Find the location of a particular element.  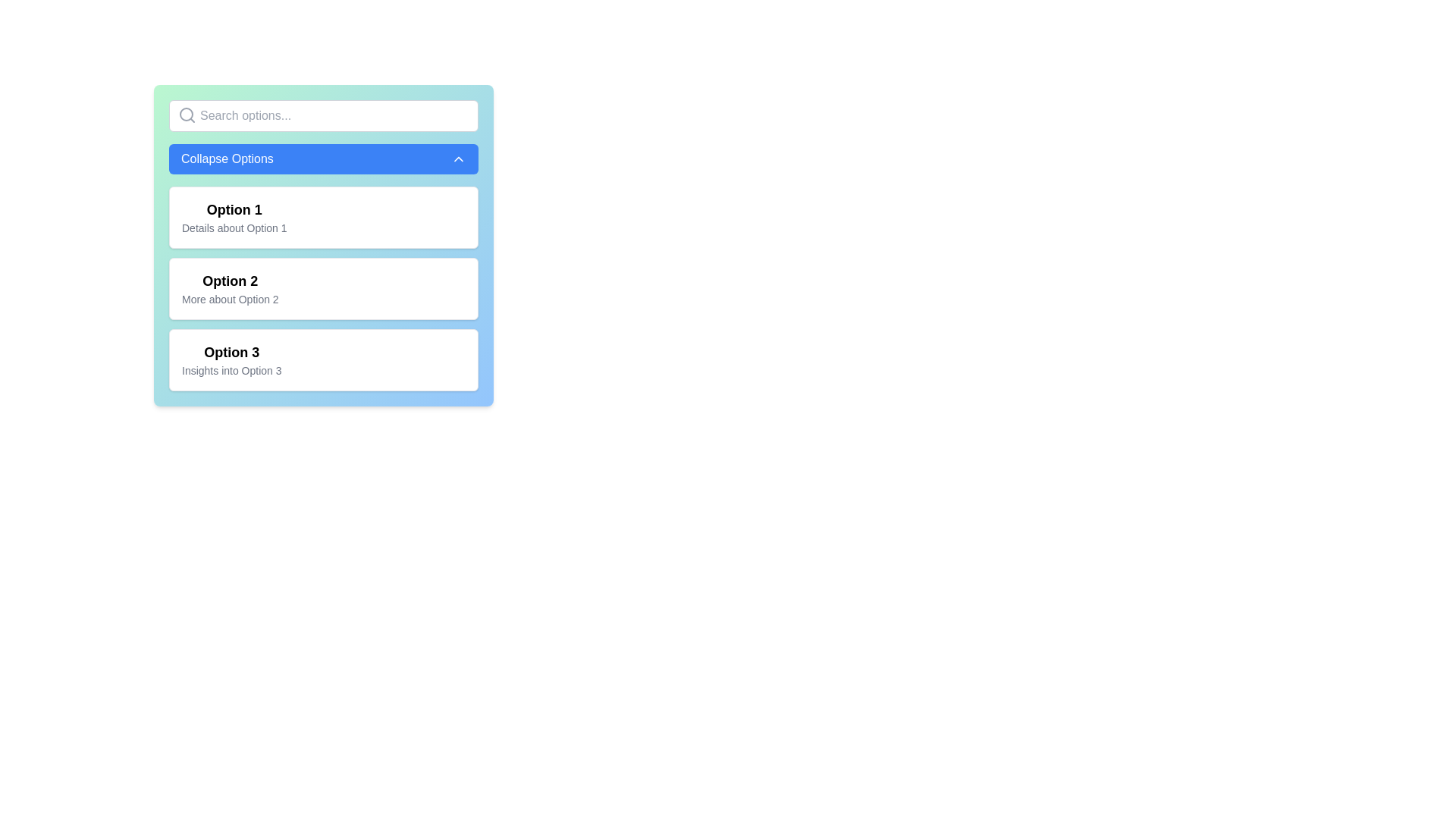

the list item labeled 'Option 2' is located at coordinates (229, 289).